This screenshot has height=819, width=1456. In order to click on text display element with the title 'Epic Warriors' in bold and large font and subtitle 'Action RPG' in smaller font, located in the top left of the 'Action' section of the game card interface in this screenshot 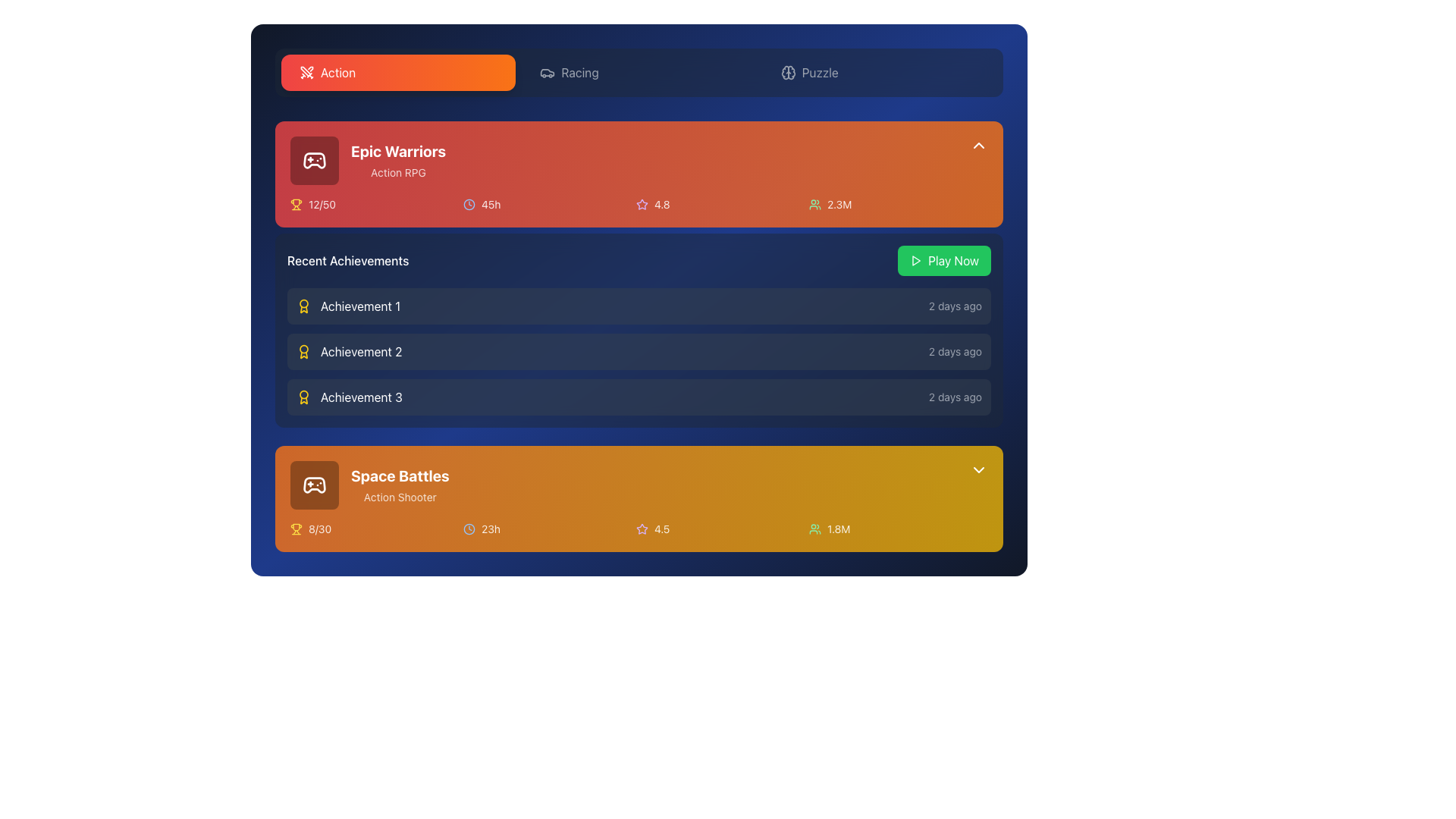, I will do `click(398, 161)`.